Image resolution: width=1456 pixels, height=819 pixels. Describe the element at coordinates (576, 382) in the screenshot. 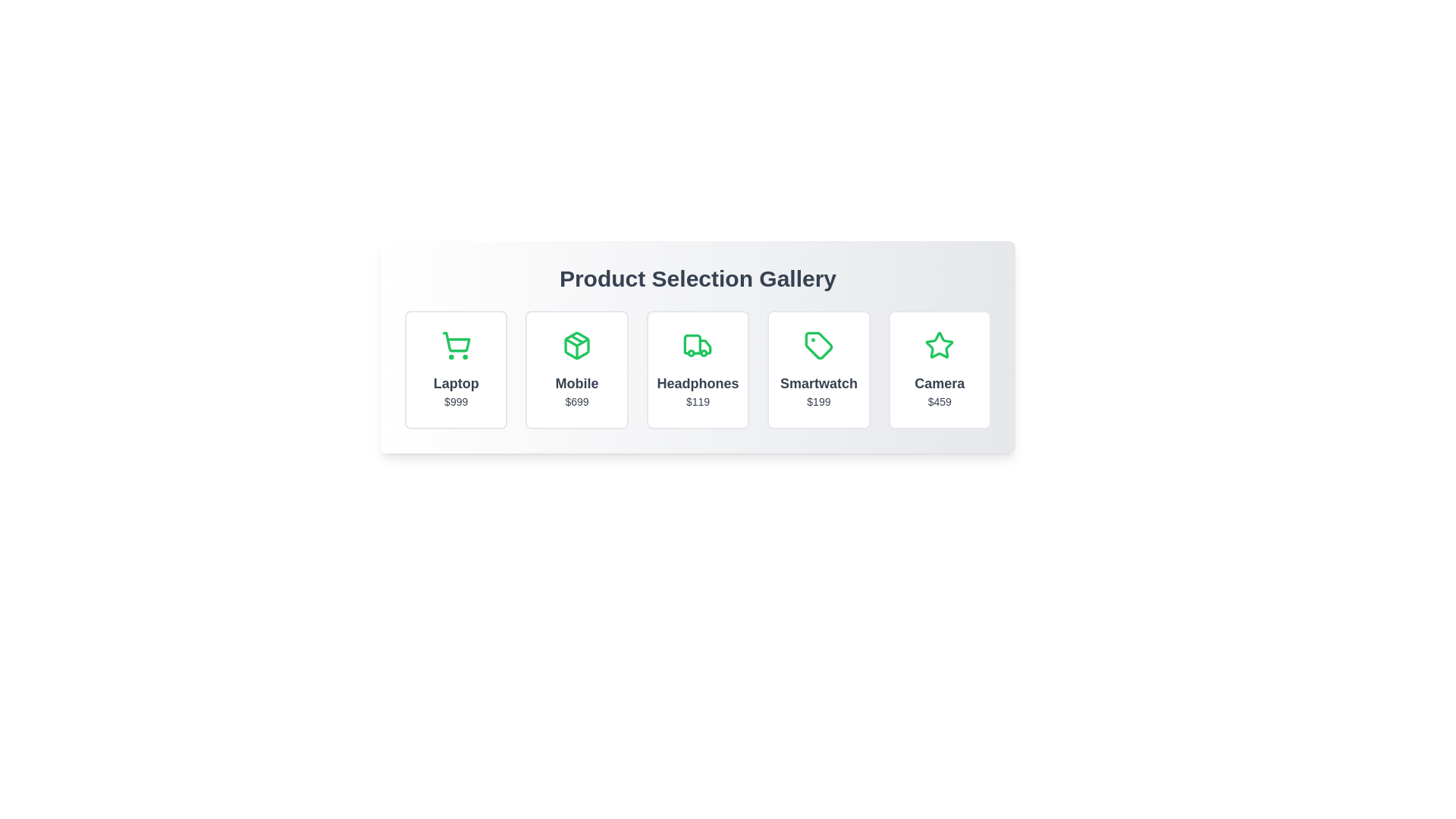

I see `the text label indicating the product name 'Mobile' located in the second card from the left under 'Product Selection Gallery'` at that location.